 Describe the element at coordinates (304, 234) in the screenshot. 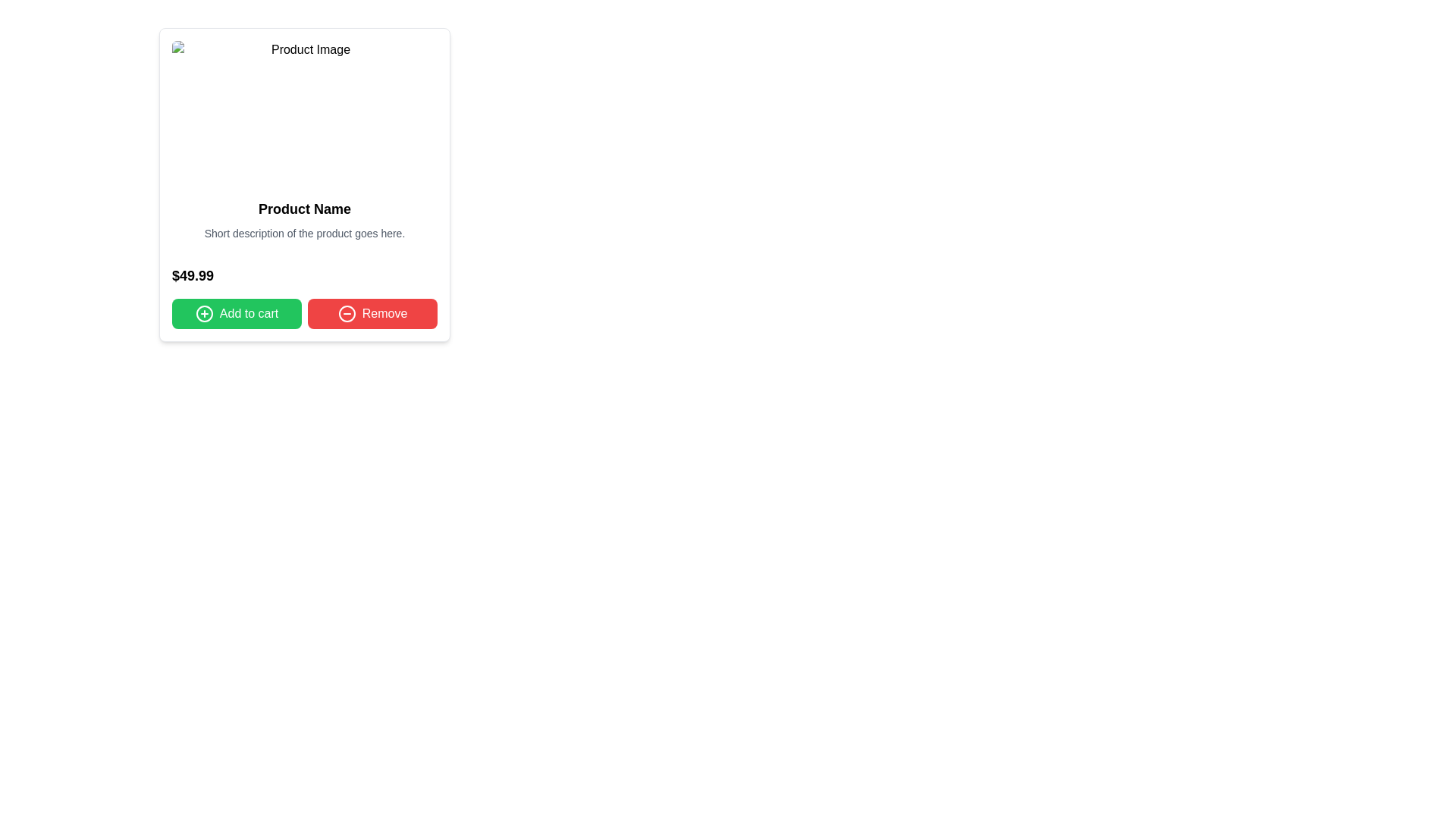

I see `text label that displays 'Short description of the product goes here.' located below the product title and above the price and action buttons` at that location.